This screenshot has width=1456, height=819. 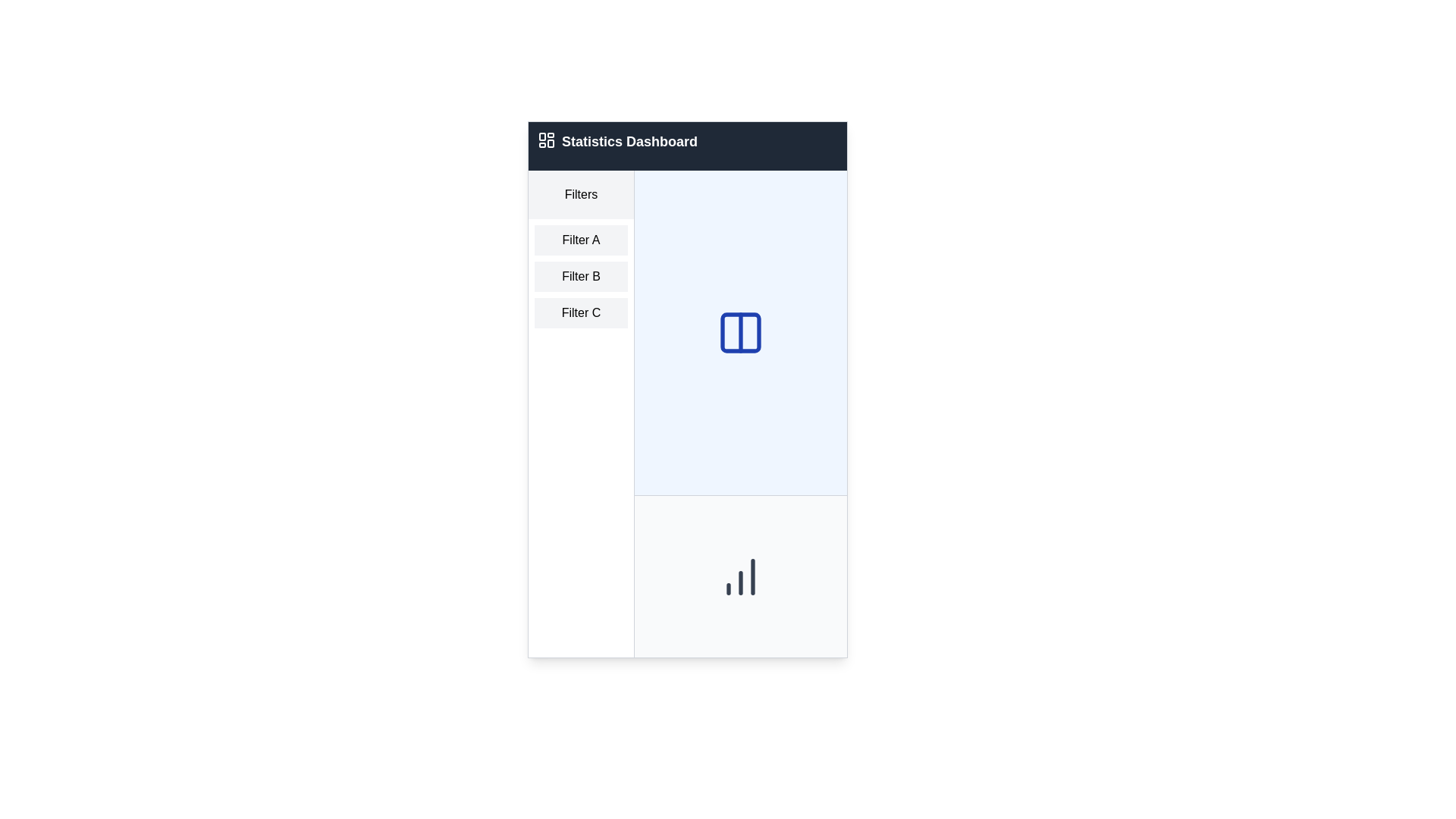 What do you see at coordinates (580, 239) in the screenshot?
I see `the topmost button labeled 'Filter A' in the left panel under the 'Filters' section` at bounding box center [580, 239].